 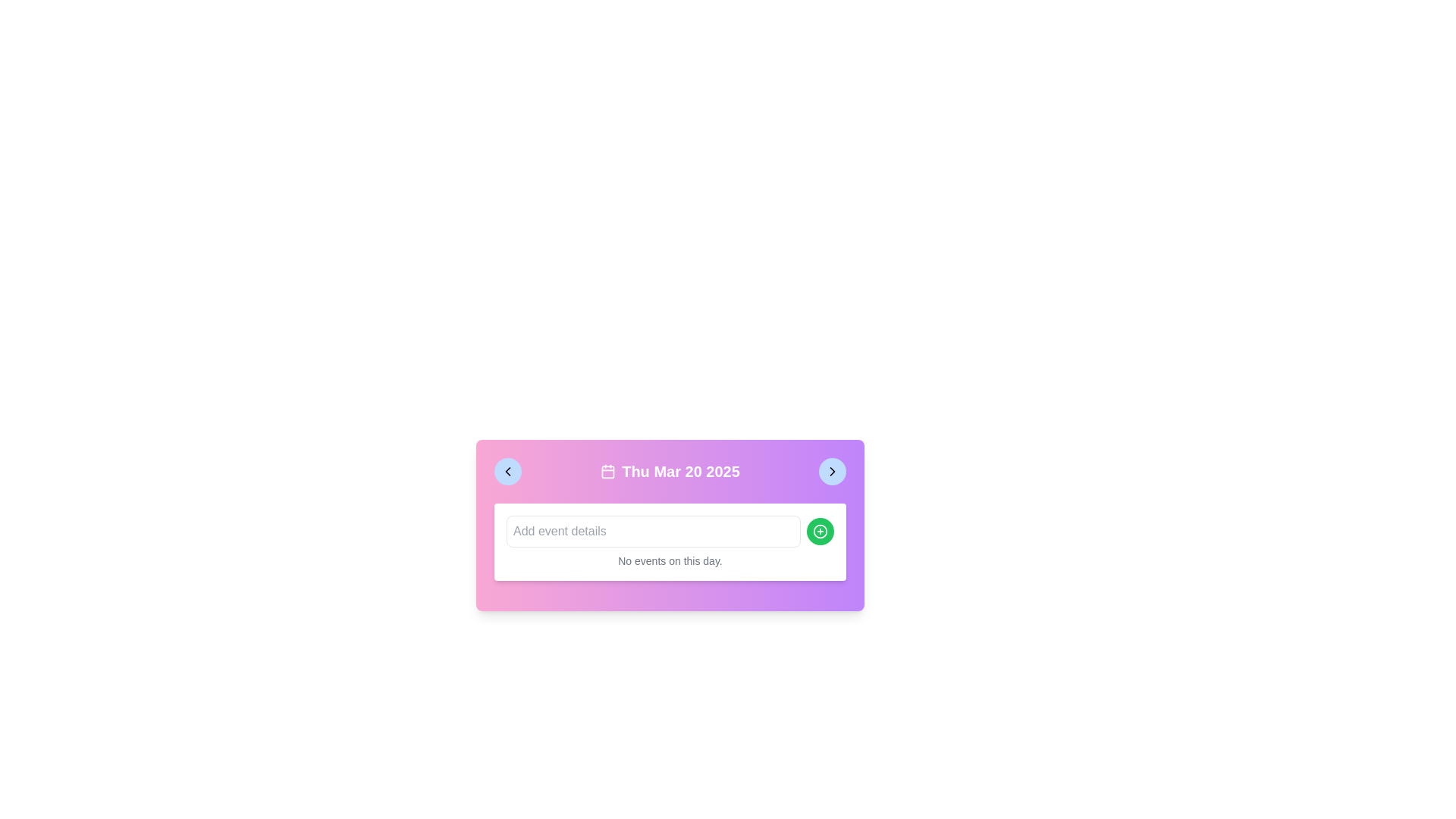 What do you see at coordinates (508, 470) in the screenshot?
I see `the Chevron icon located in the top right corner of the card with a gradient pink-to-violet background` at bounding box center [508, 470].